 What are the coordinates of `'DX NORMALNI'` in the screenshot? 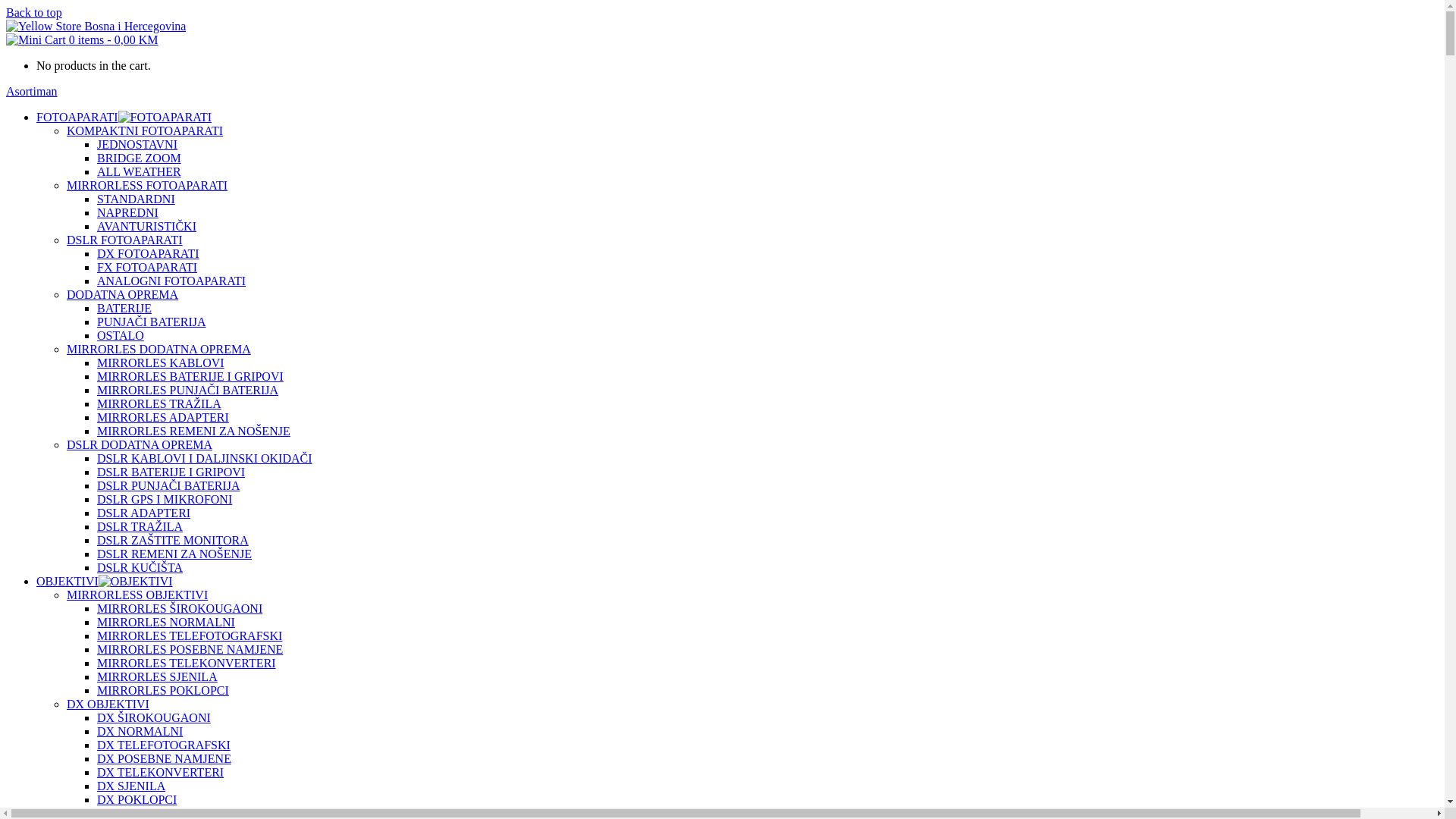 It's located at (140, 730).